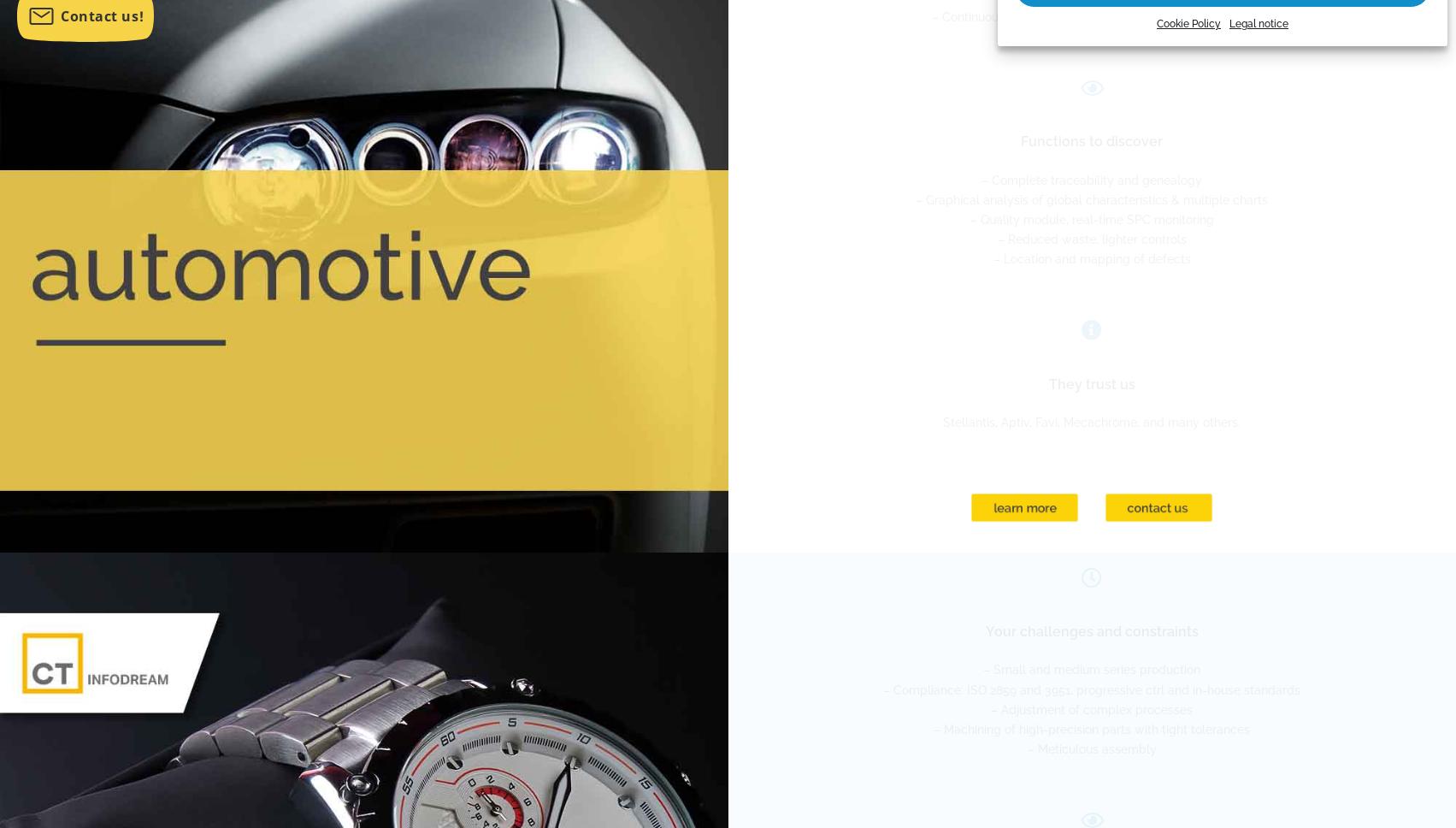 The height and width of the screenshot is (828, 1456). I want to click on 'They trust us', so click(1090, 382).